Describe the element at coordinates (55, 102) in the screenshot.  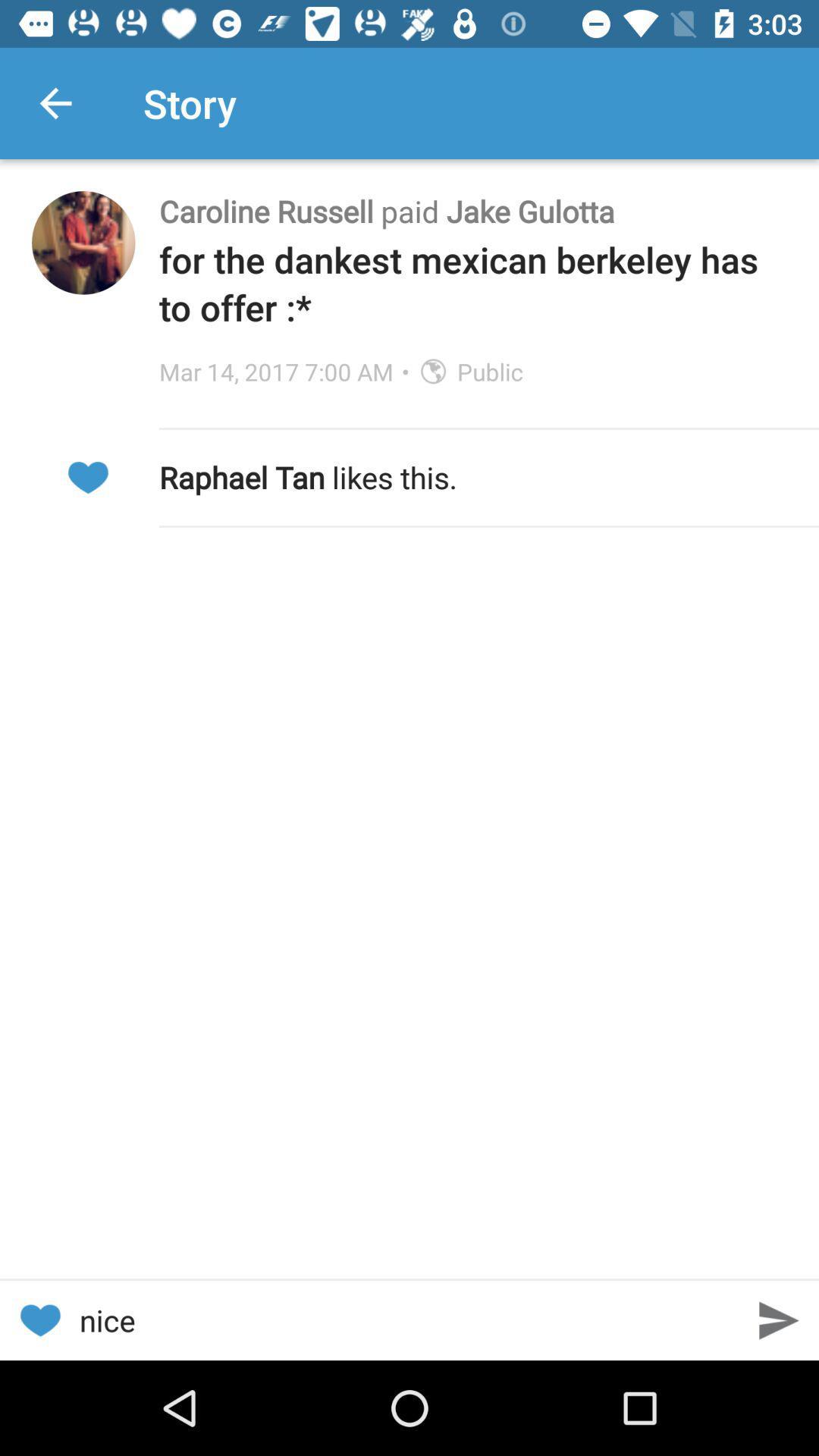
I see `icon next to the story app` at that location.